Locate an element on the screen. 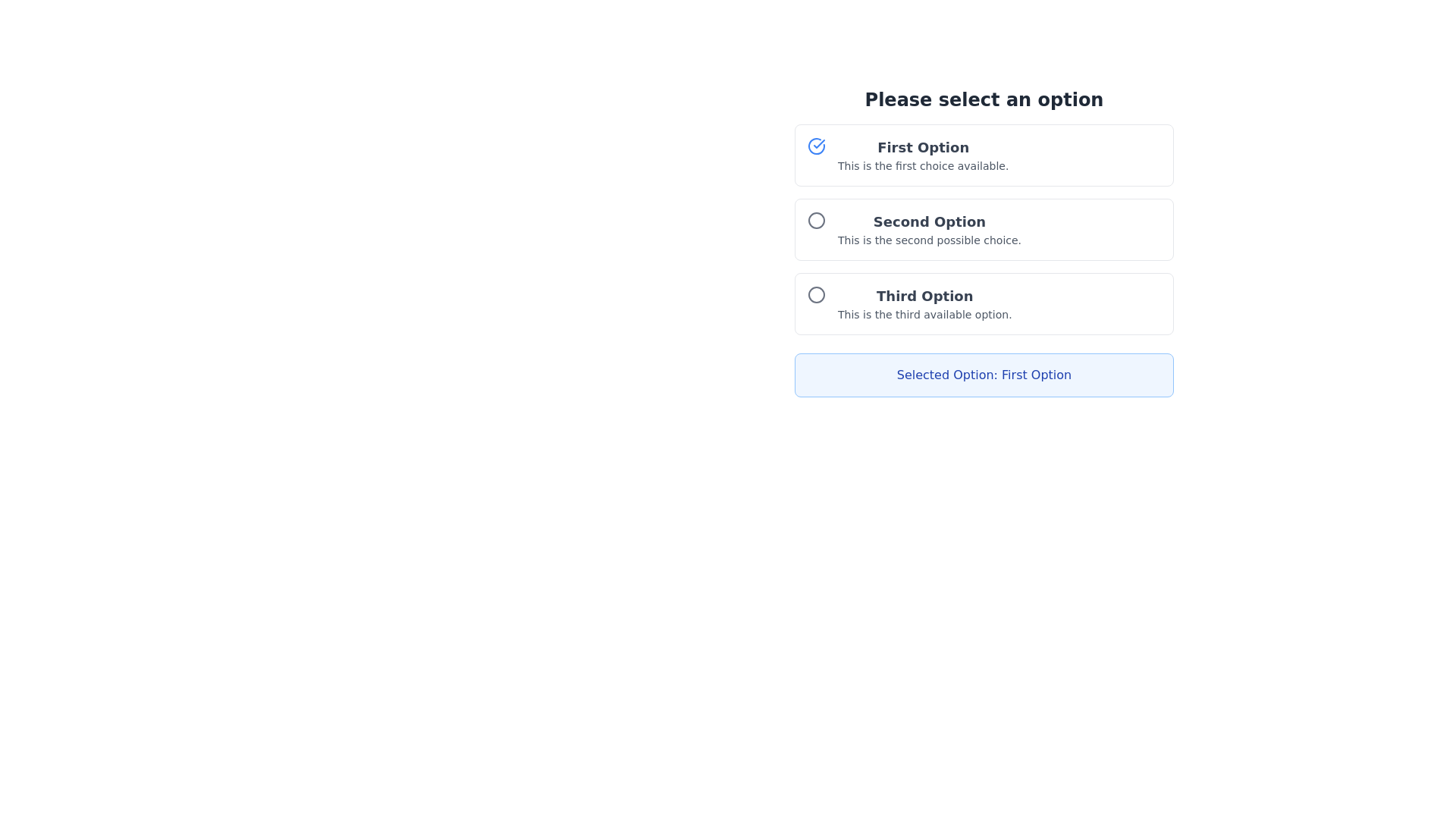  the text label providing additional descriptive information about the 'Second Option', positioned below its title in a vertically aligned list of choices is located at coordinates (929, 239).